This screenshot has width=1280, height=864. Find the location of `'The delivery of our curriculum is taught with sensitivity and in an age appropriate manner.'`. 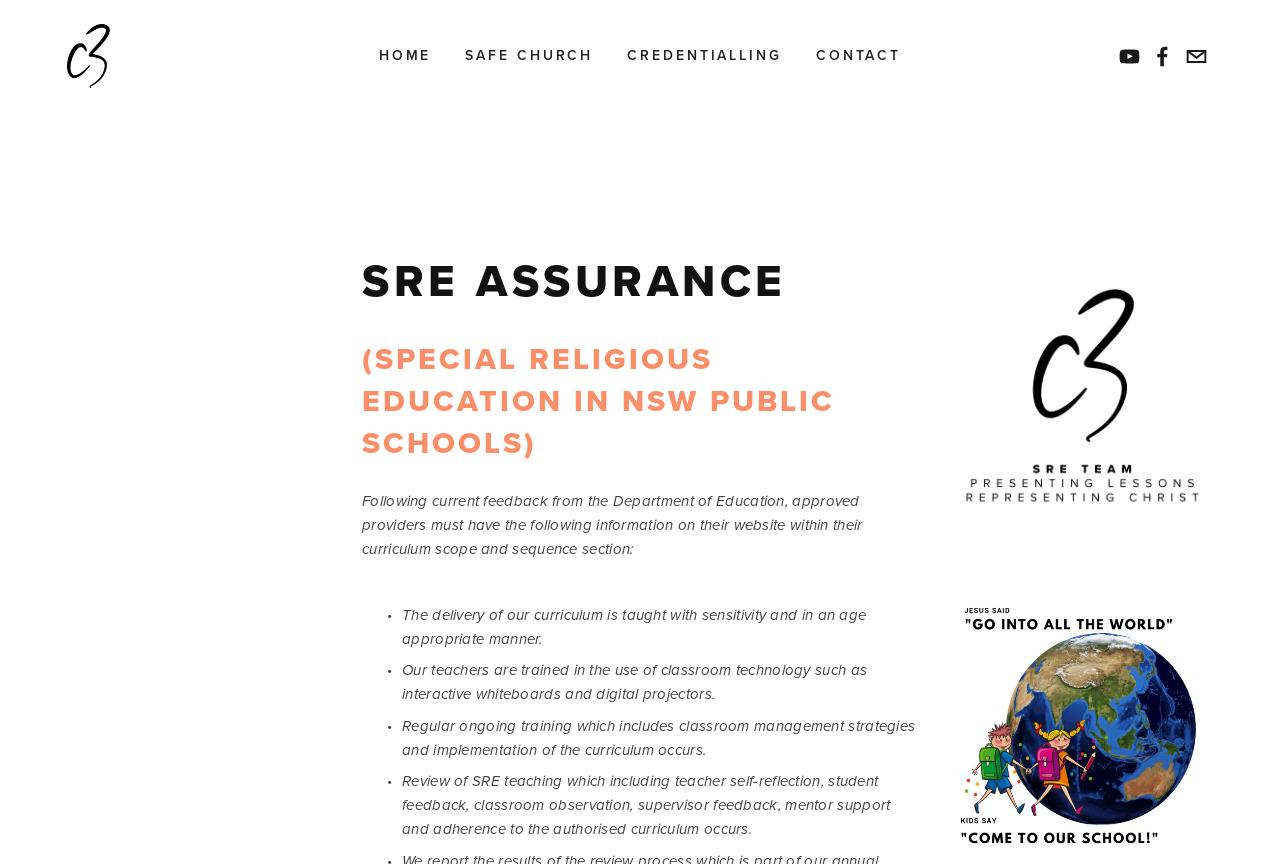

'The delivery of our curriculum is taught with sensitivity and in an age appropriate manner.' is located at coordinates (635, 624).